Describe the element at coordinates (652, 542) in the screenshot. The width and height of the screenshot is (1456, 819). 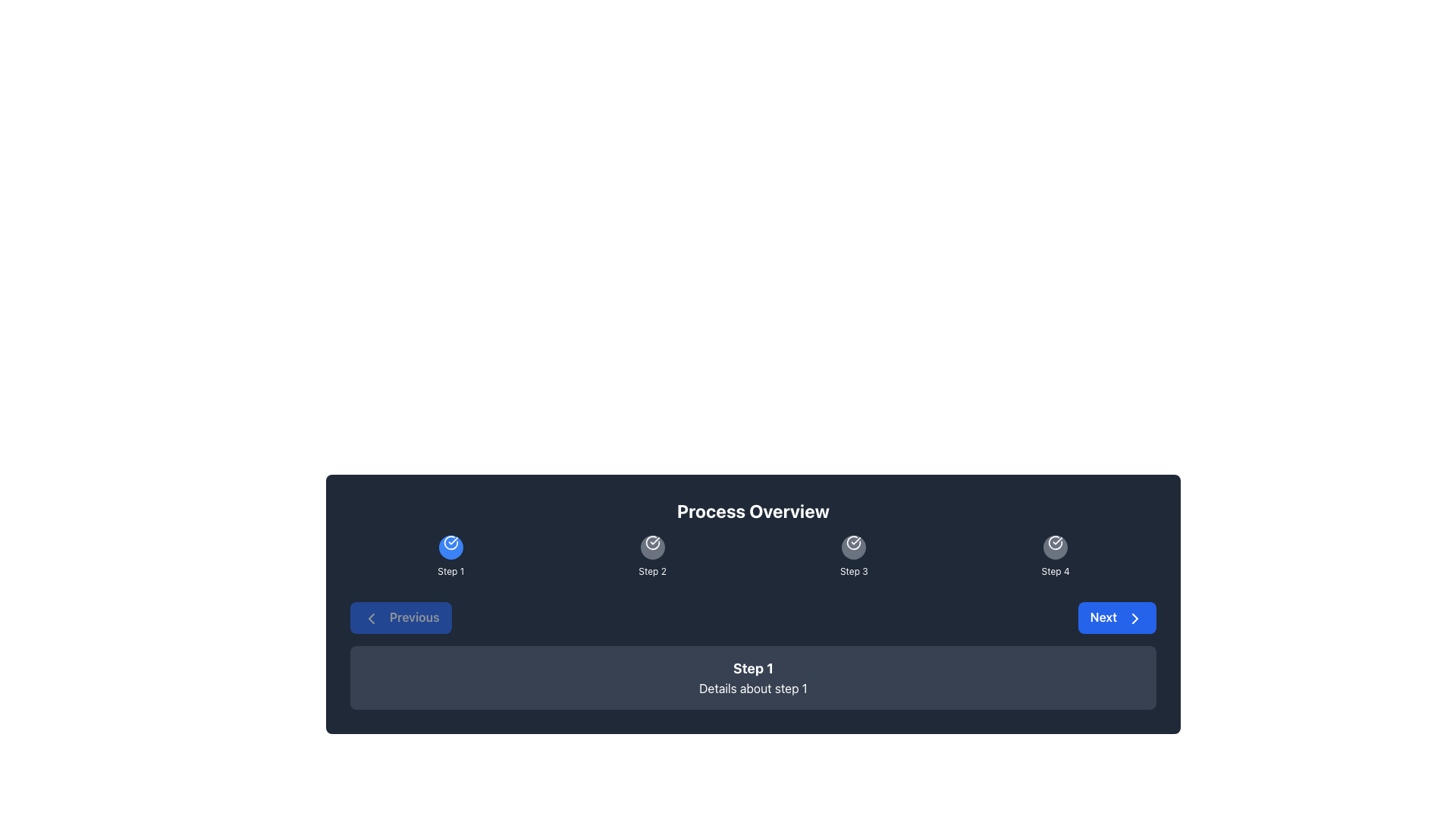
I see `the second step icon in the process overview` at that location.